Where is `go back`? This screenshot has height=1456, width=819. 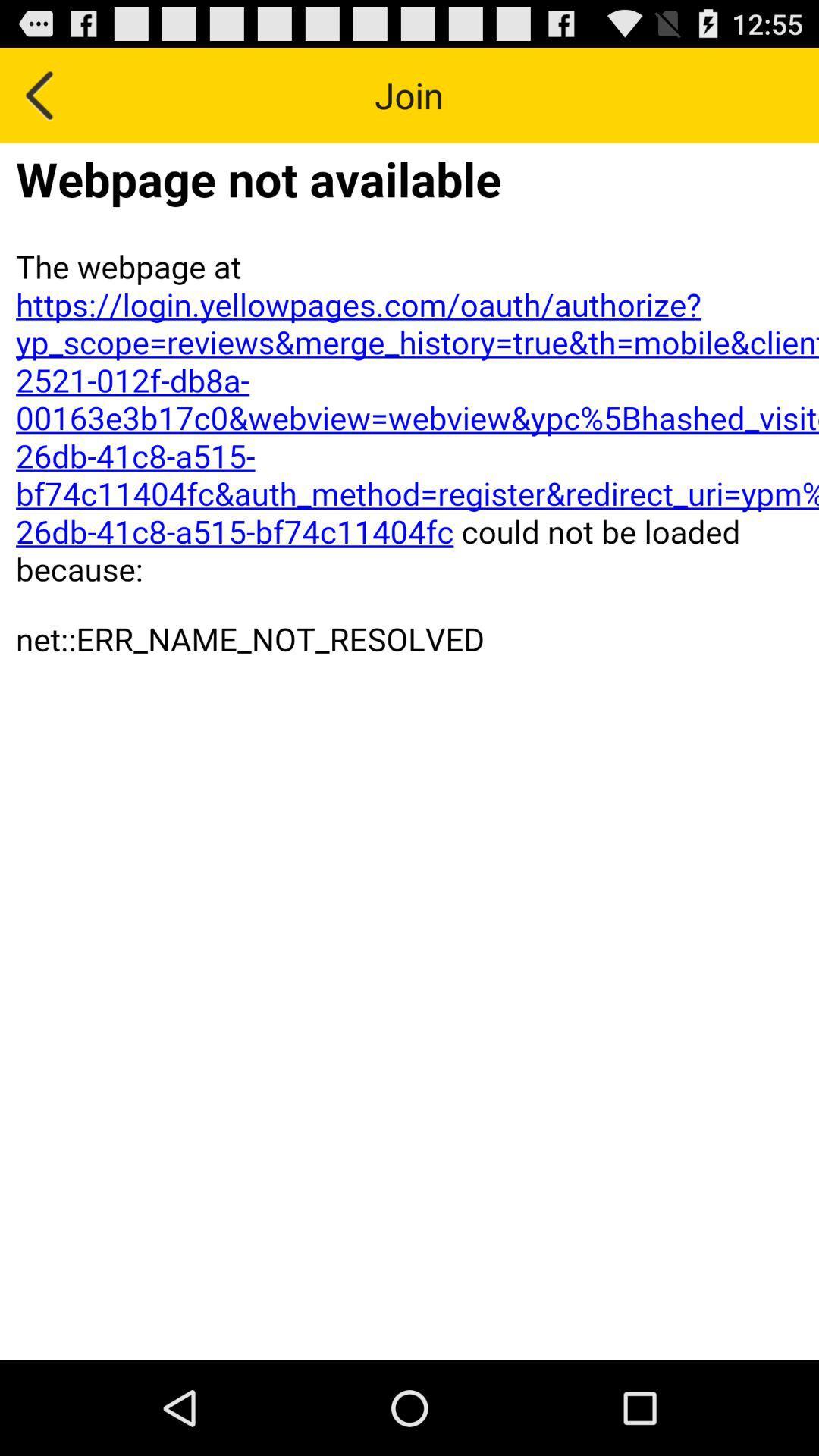
go back is located at coordinates (40, 94).